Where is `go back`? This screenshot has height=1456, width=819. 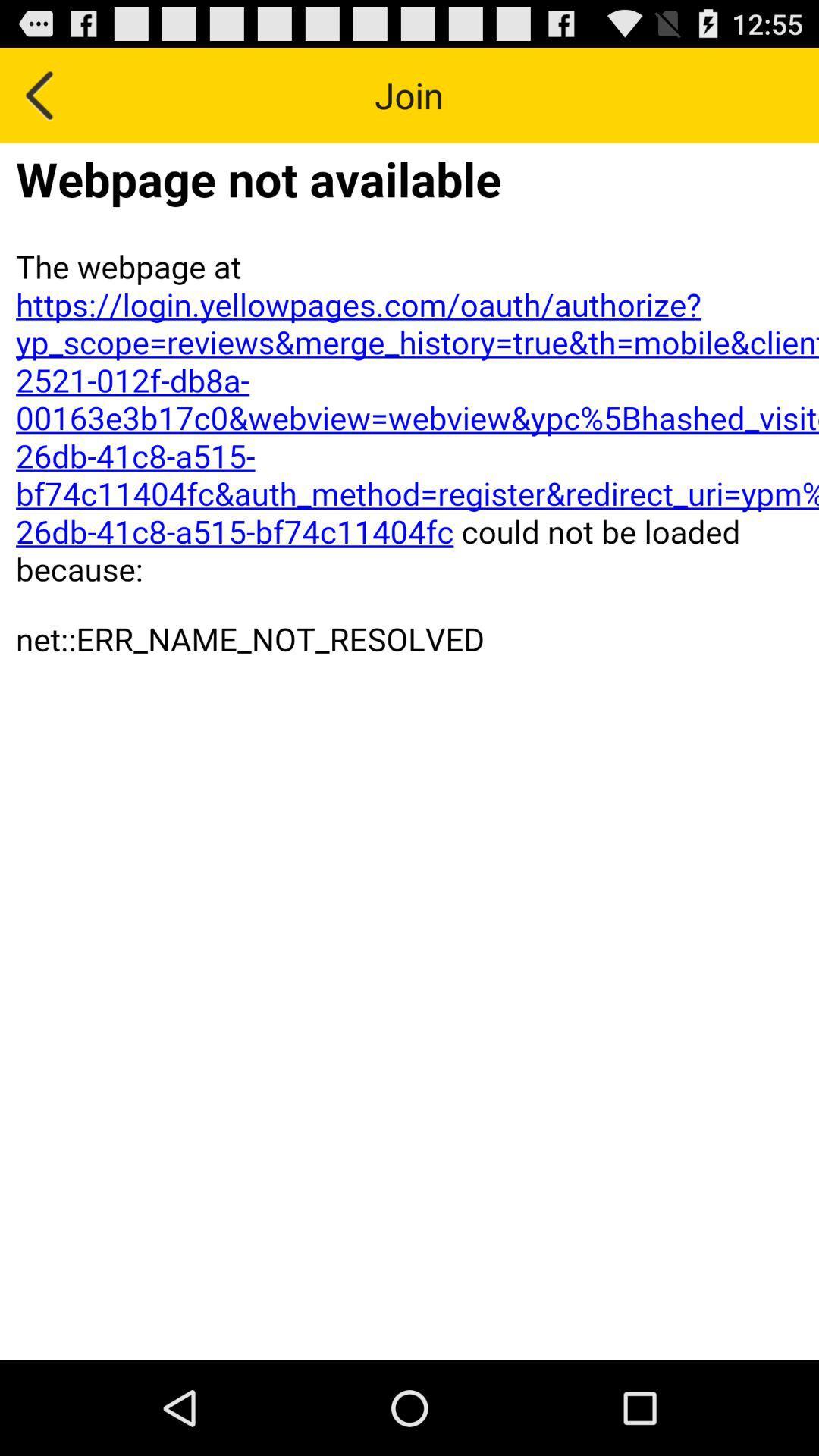
go back is located at coordinates (40, 94).